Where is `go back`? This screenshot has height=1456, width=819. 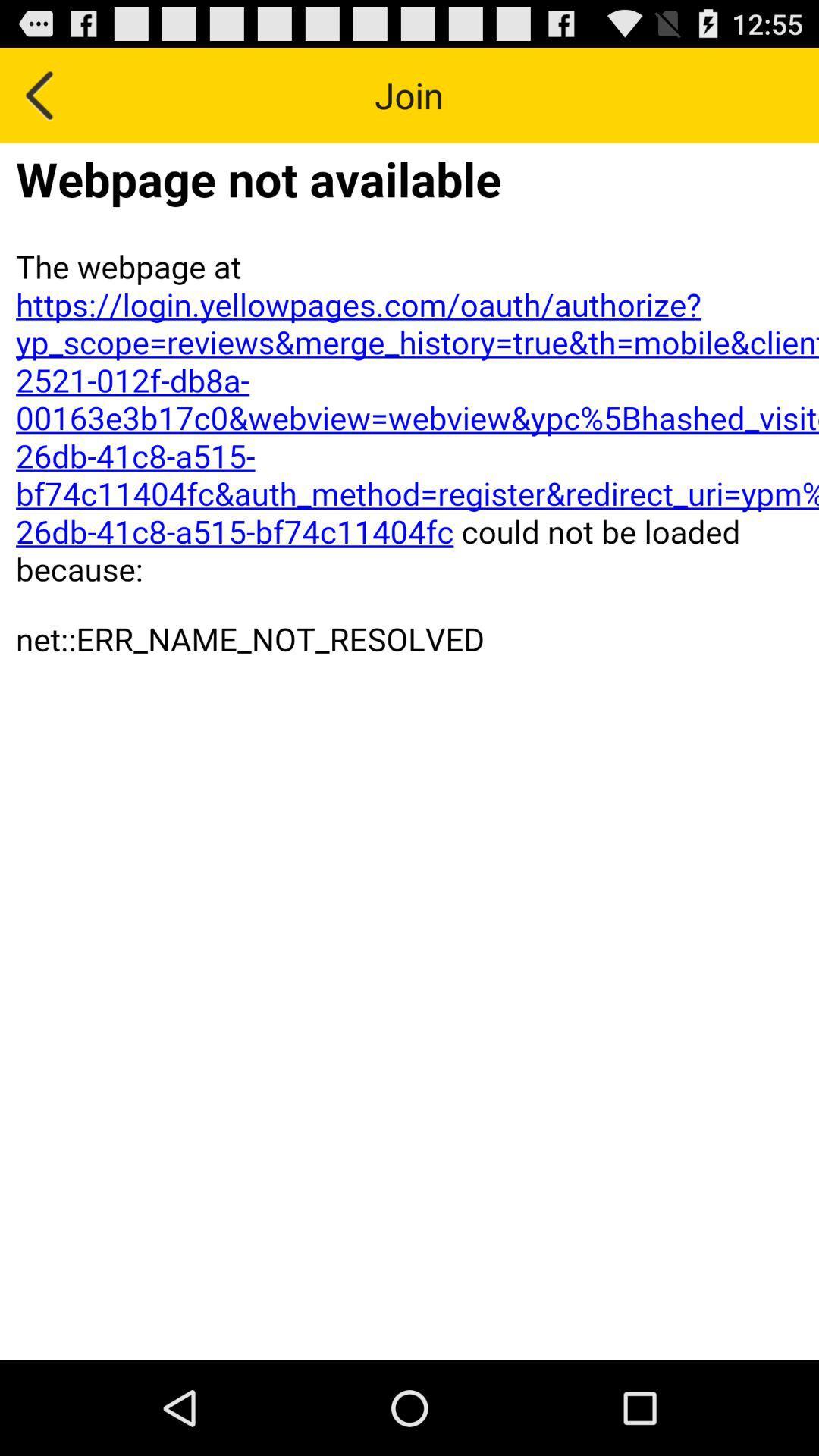
go back is located at coordinates (40, 94).